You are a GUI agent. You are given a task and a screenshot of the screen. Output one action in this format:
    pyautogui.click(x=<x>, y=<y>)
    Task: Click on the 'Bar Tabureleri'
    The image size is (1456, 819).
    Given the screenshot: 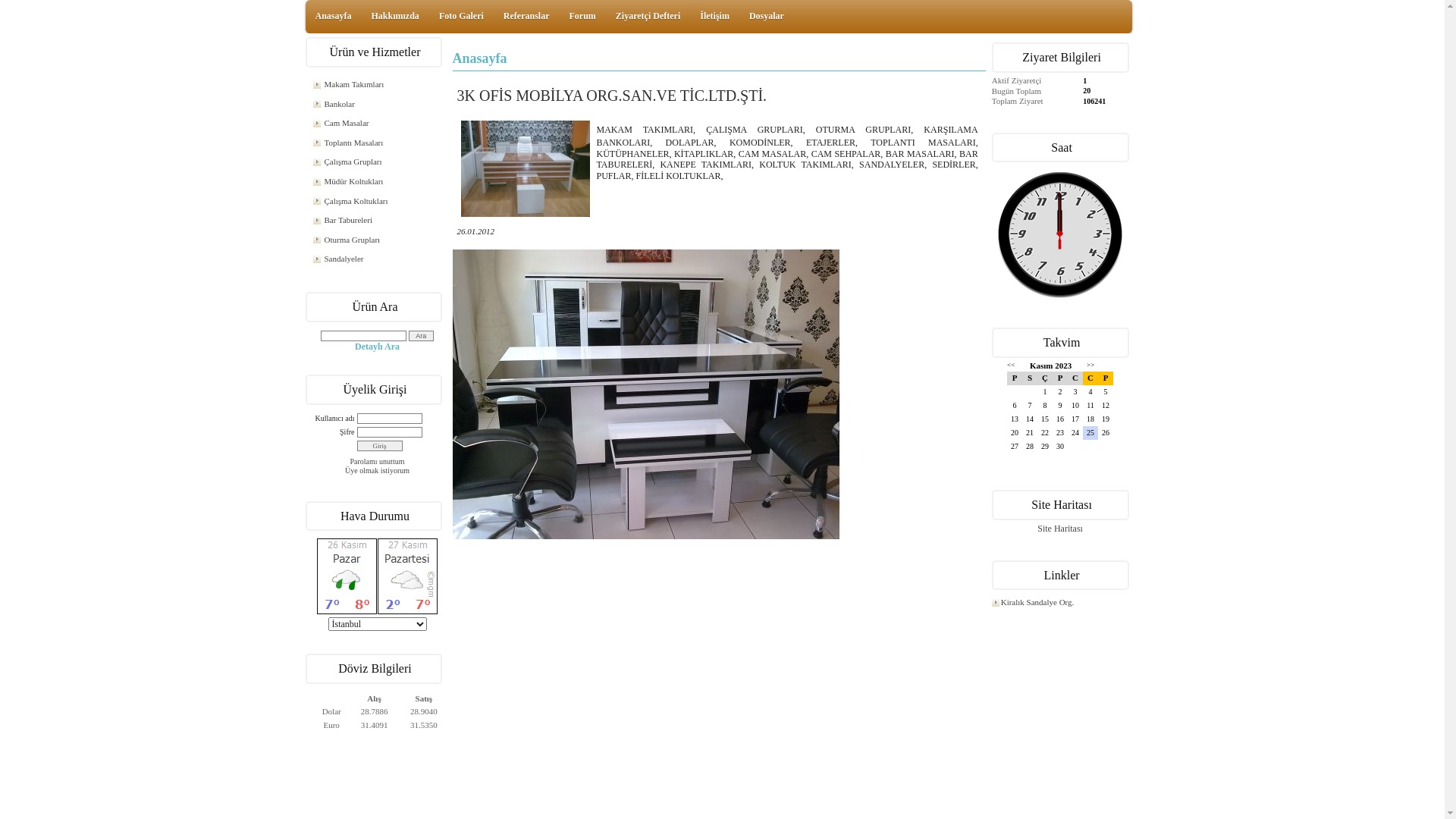 What is the action you would take?
    pyautogui.click(x=377, y=220)
    